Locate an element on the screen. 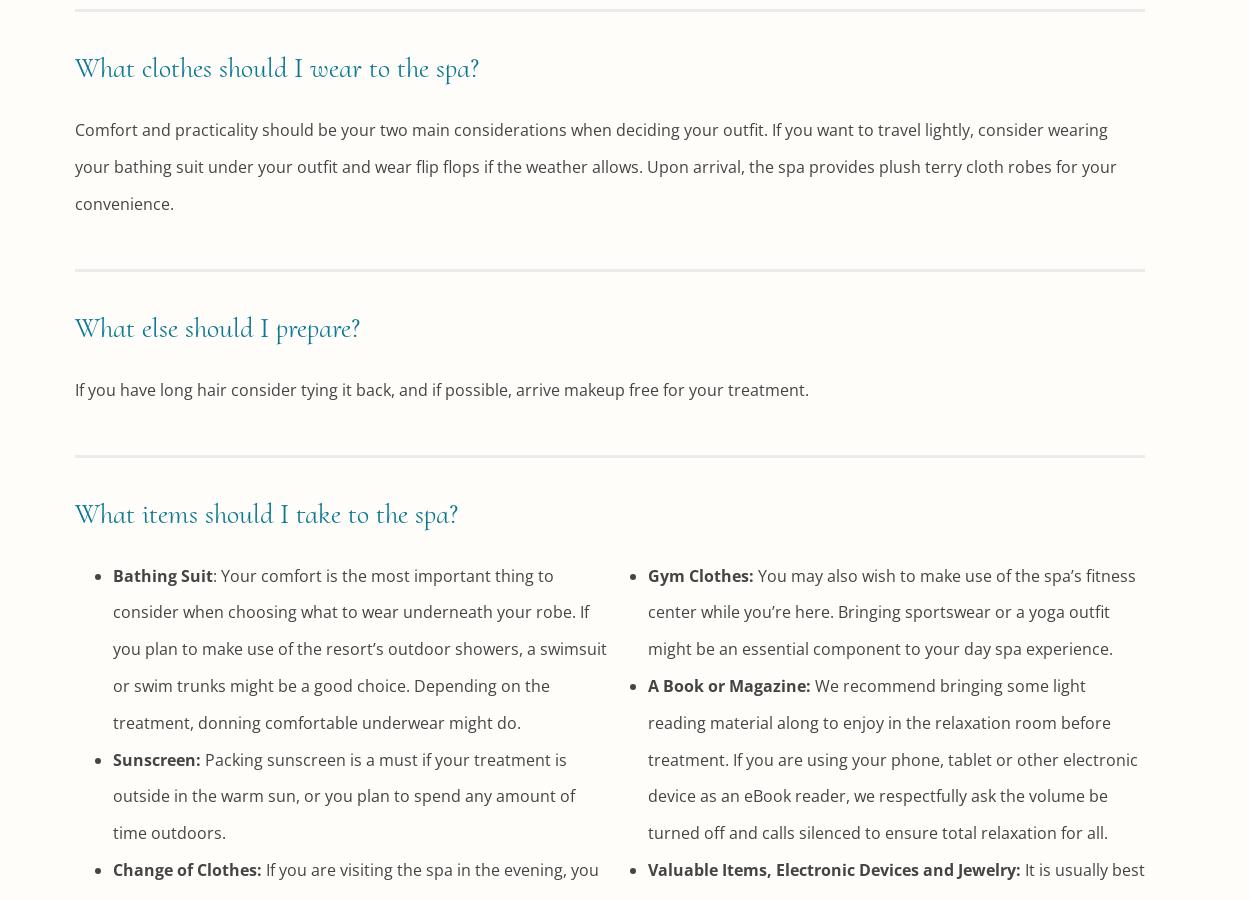 Image resolution: width=1250 pixels, height=900 pixels. 'We recommend bringing some light reading material along to enjoy in the relaxation room before treatment. If you are using your phone, tablet or other electronic device as an eBook reader, we respectfully ask the volume be turned off and calls silenced to ensure total relaxation for all.' is located at coordinates (892, 757).